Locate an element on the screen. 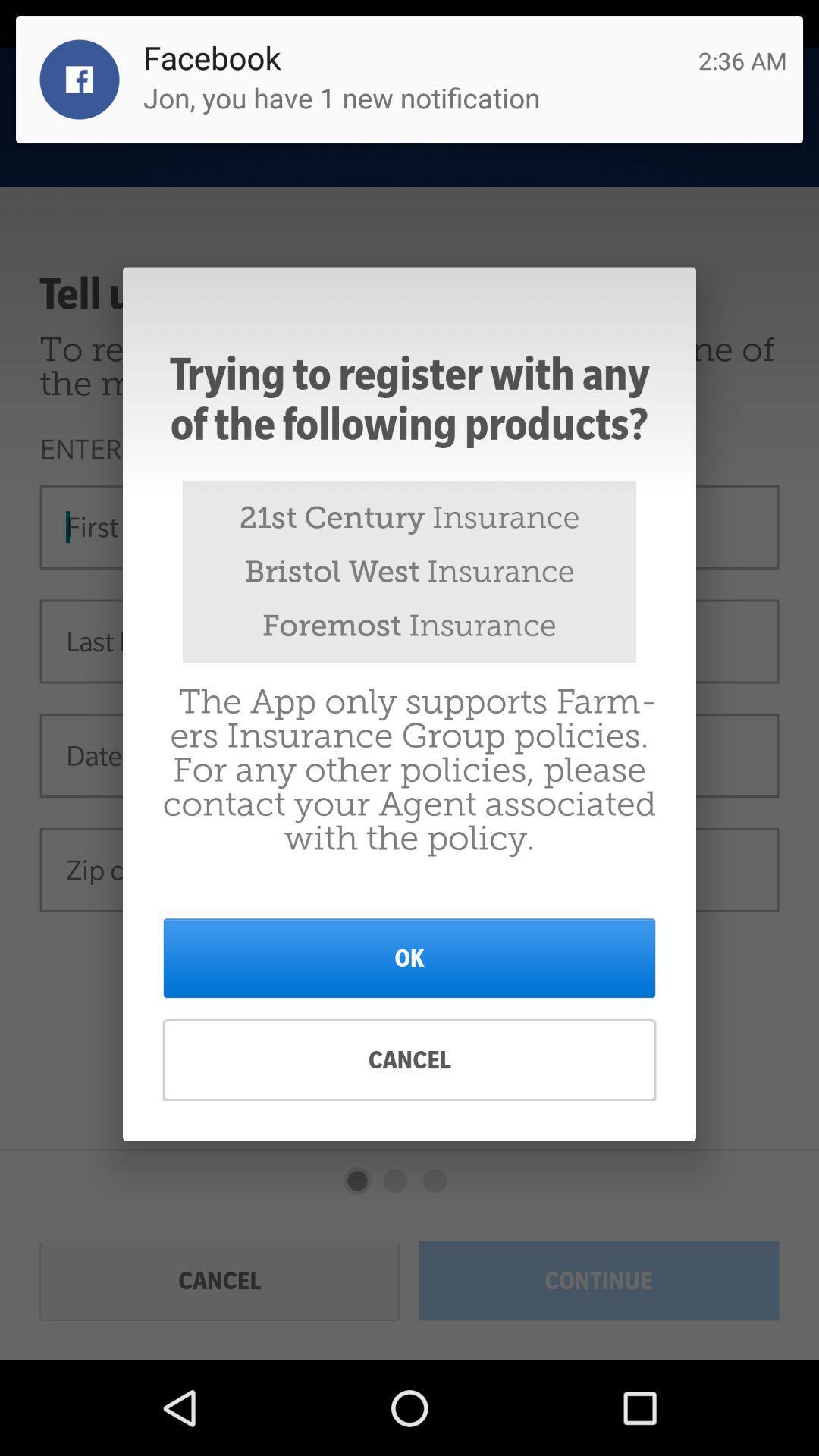  cancel is located at coordinates (409, 1059).